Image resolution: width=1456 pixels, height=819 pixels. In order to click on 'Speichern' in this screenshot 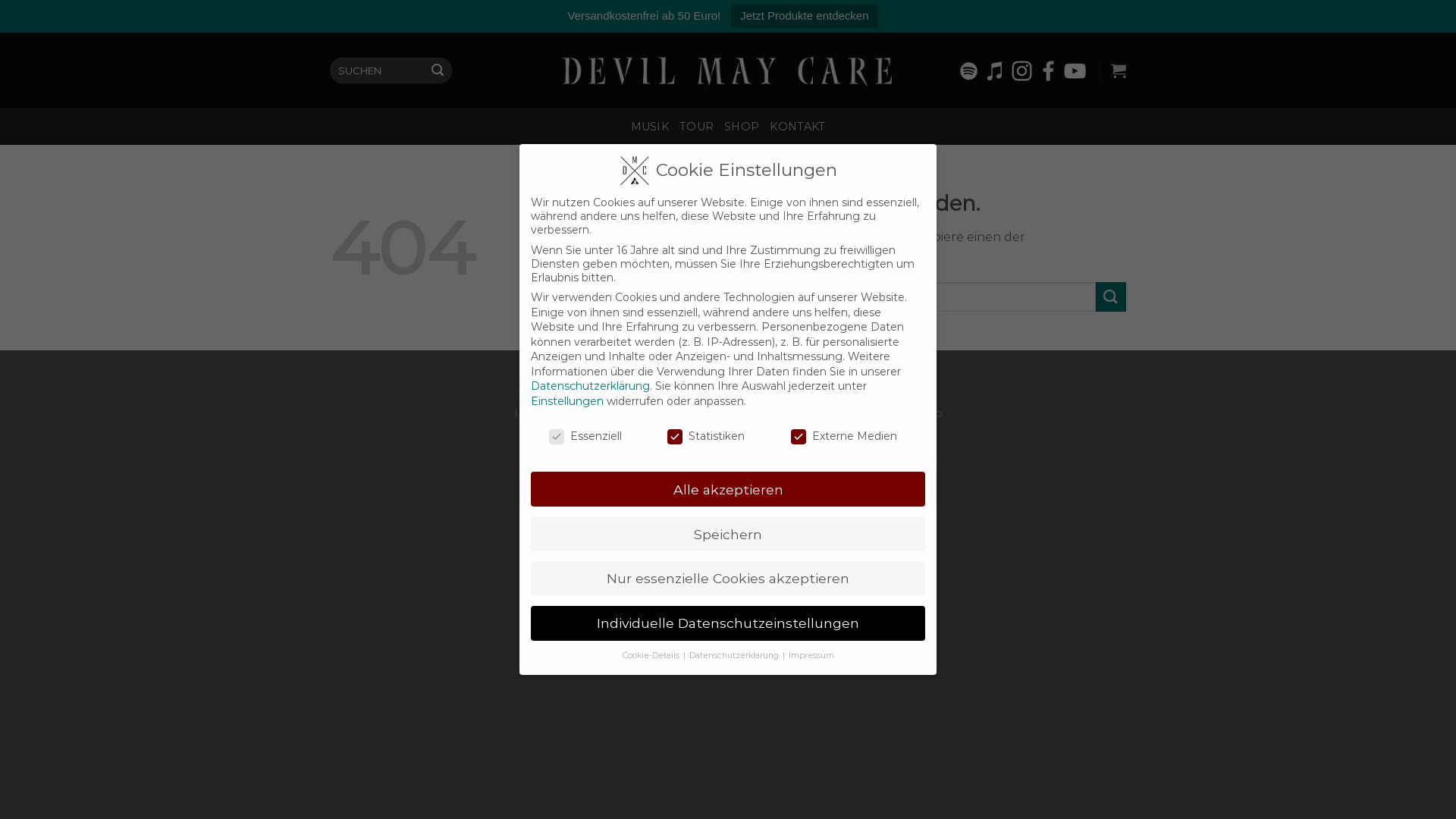, I will do `click(728, 533)`.